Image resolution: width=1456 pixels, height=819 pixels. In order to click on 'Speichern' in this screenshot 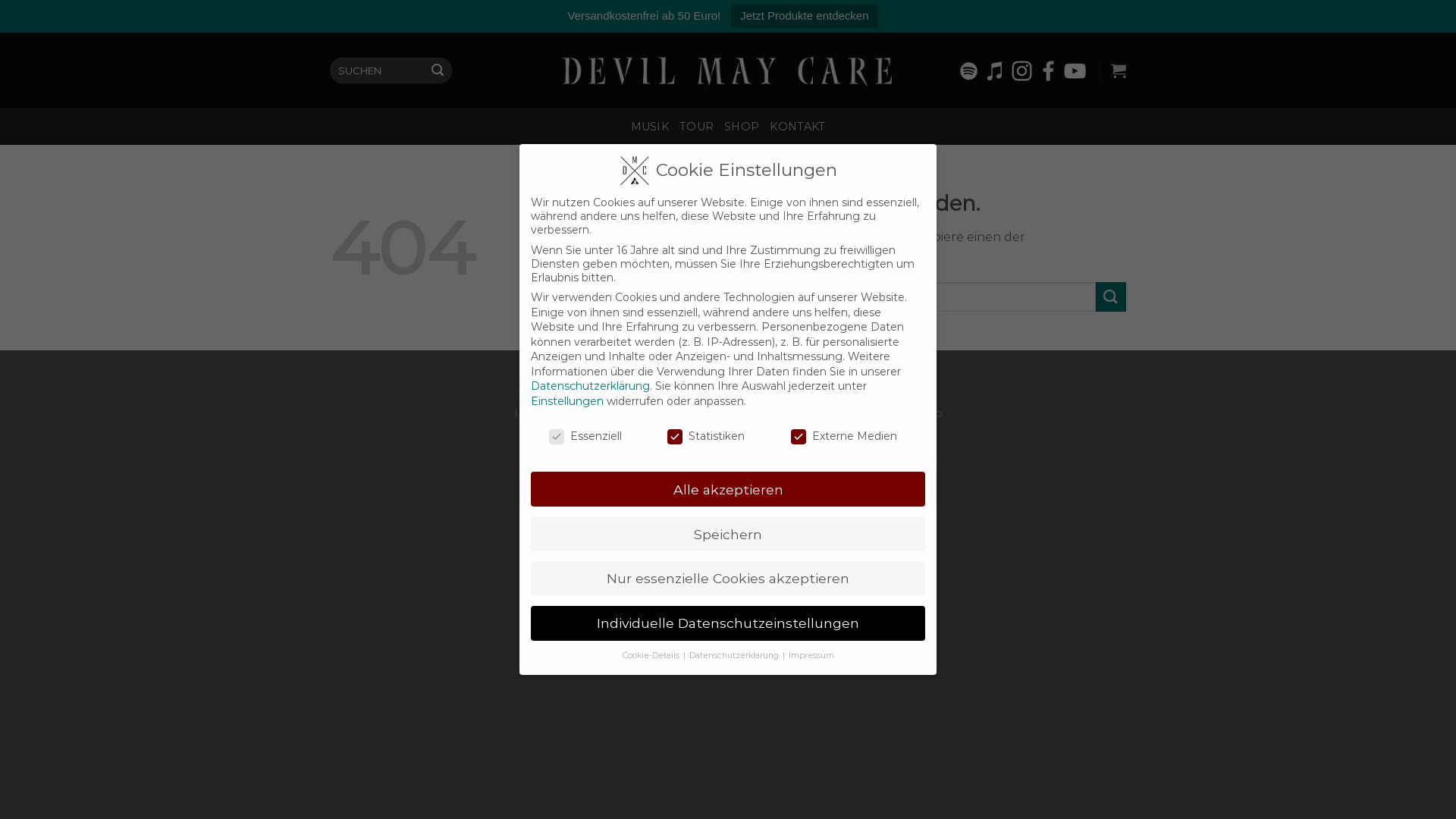, I will do `click(728, 533)`.